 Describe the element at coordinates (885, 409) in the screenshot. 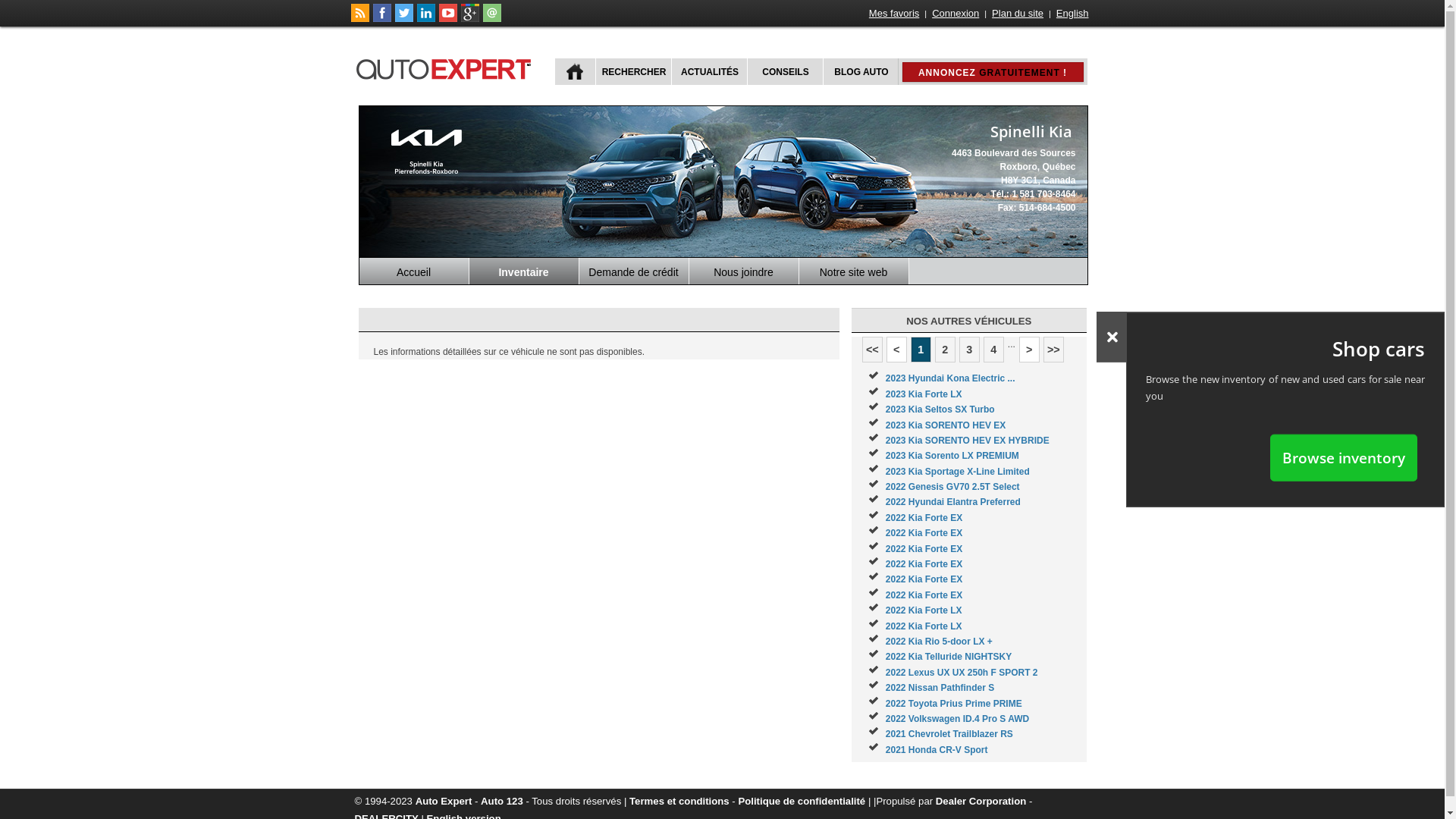

I see `'2023 Kia Seltos SX Turbo'` at that location.